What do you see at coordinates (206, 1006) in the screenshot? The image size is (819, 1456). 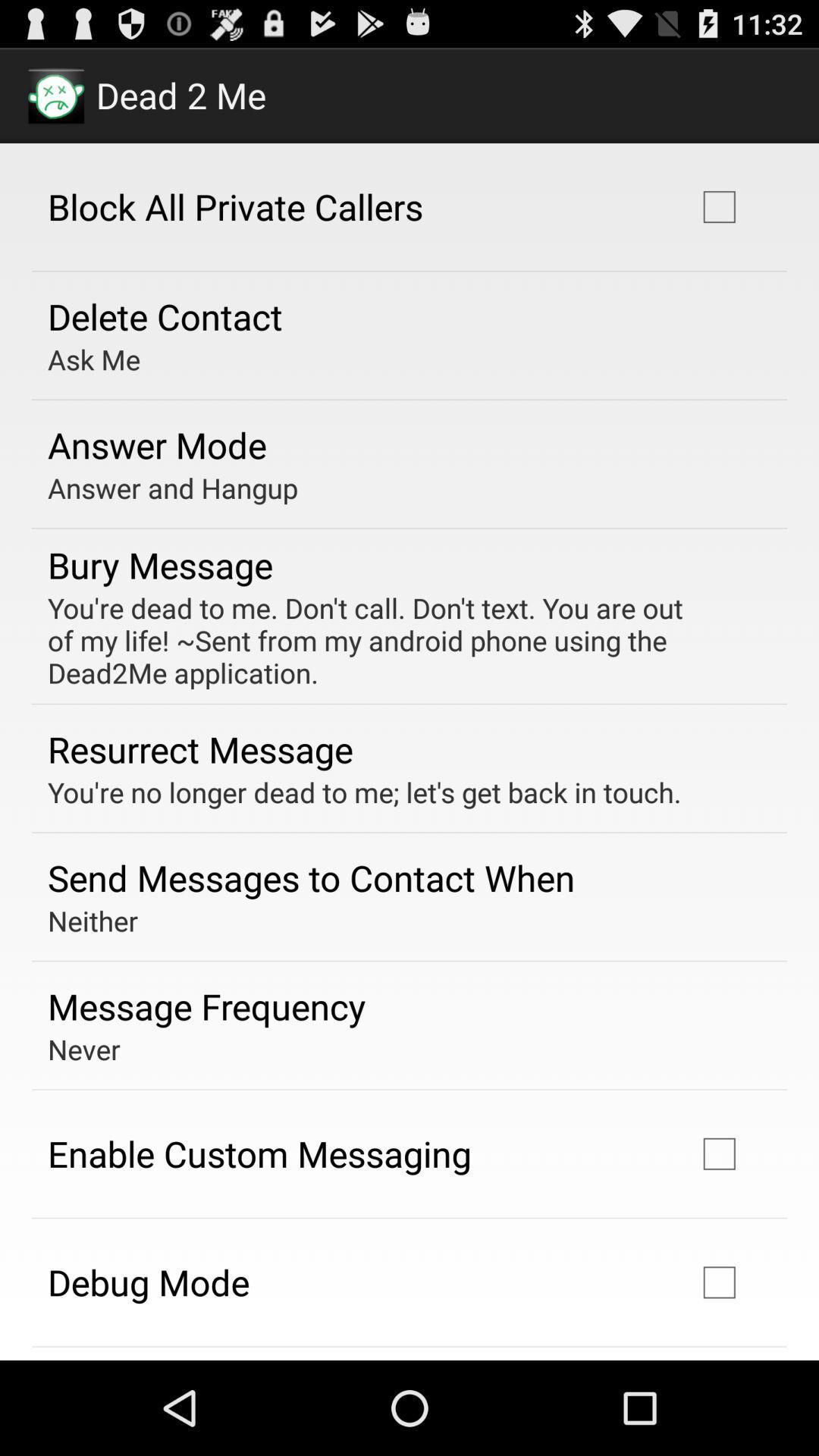 I see `the icon below neither item` at bounding box center [206, 1006].